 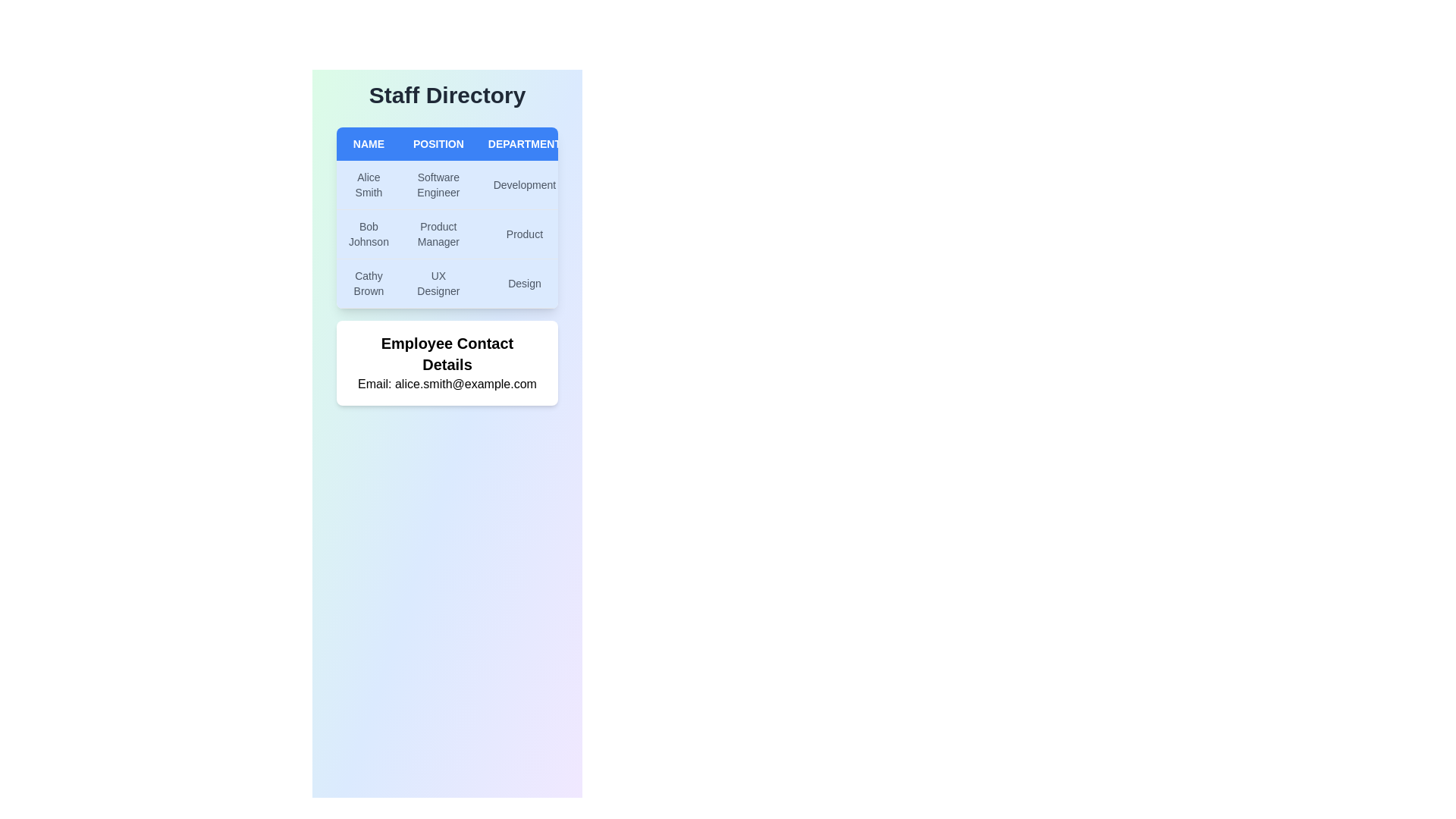 What do you see at coordinates (438, 284) in the screenshot?
I see `the static text element displaying 'UX Designer' located in the second column of the third row in the Staff Directory table` at bounding box center [438, 284].